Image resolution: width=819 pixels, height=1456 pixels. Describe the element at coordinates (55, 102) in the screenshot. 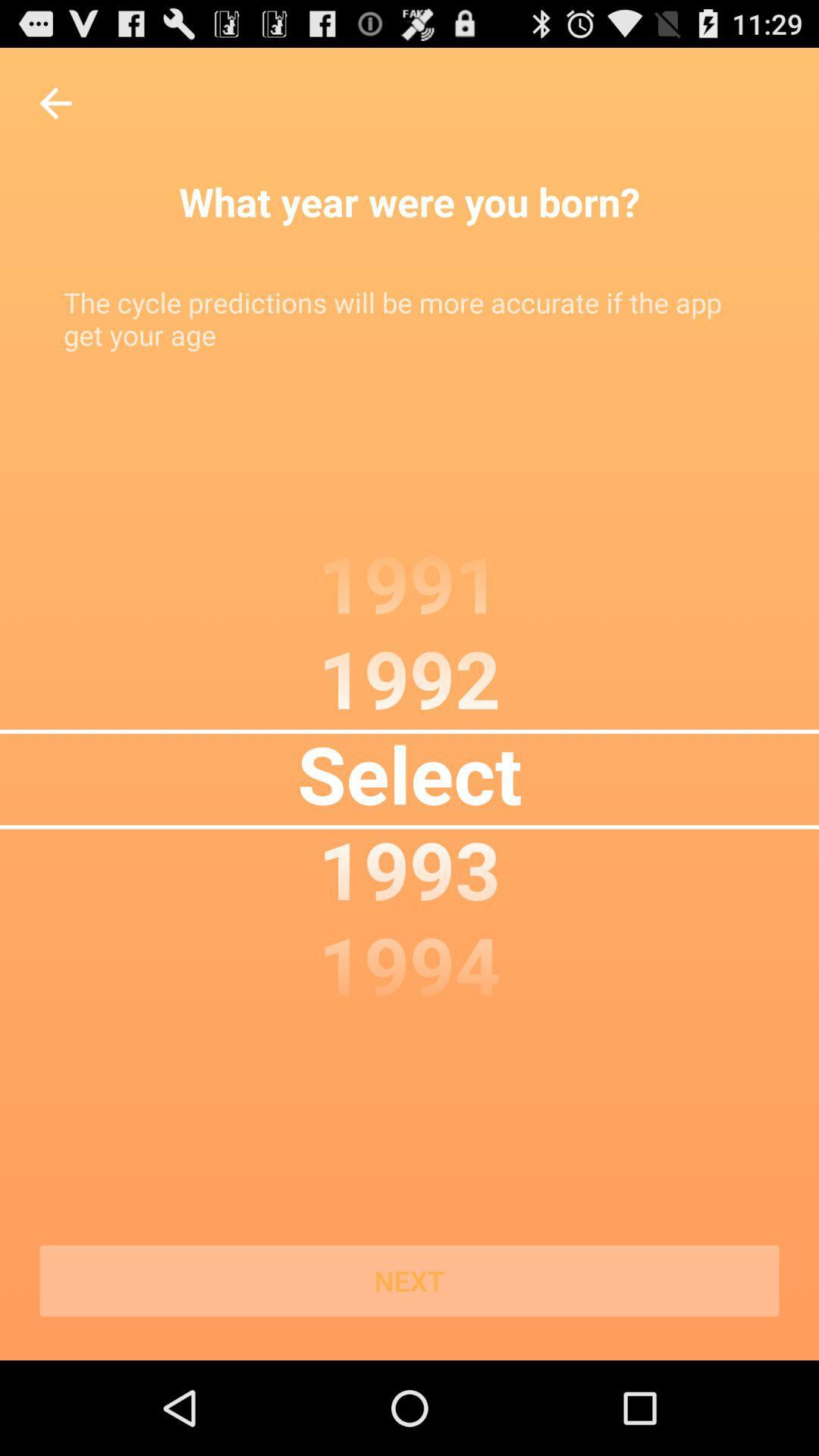

I see `back` at that location.